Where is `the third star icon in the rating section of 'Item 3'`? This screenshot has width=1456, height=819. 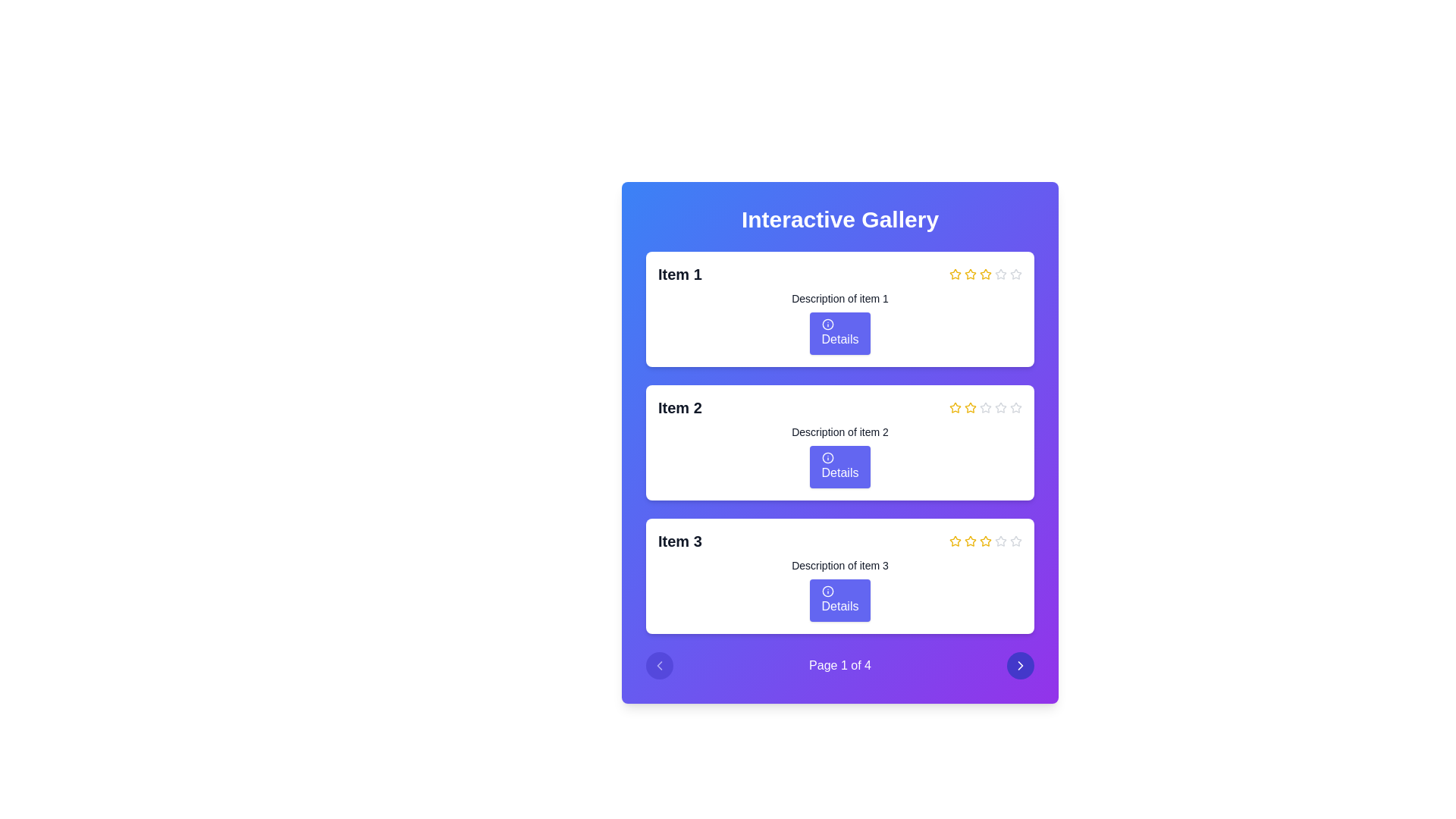
the third star icon in the rating section of 'Item 3' is located at coordinates (1000, 540).